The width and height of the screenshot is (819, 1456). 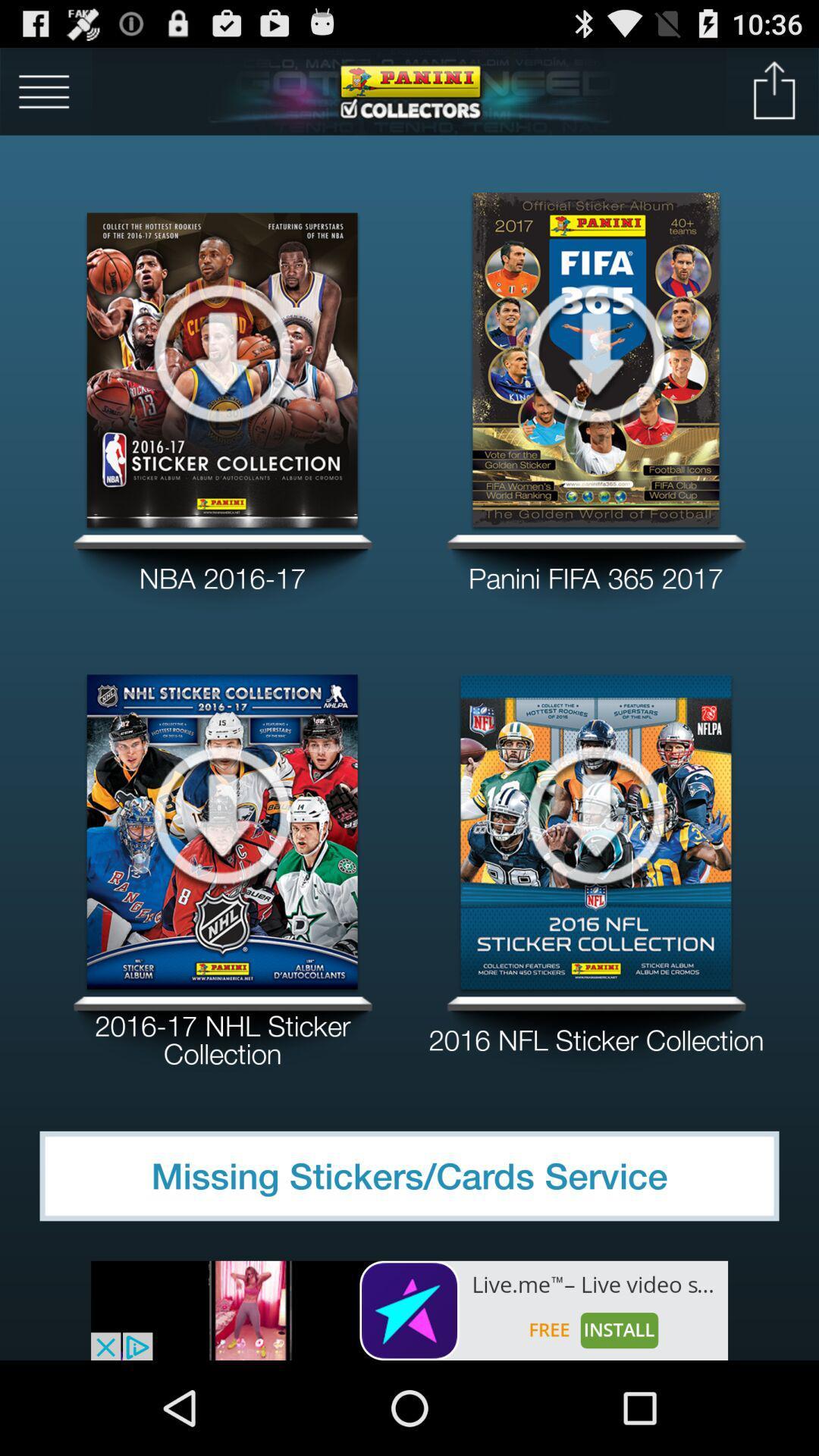 What do you see at coordinates (595, 376) in the screenshot?
I see `the file_download icon` at bounding box center [595, 376].